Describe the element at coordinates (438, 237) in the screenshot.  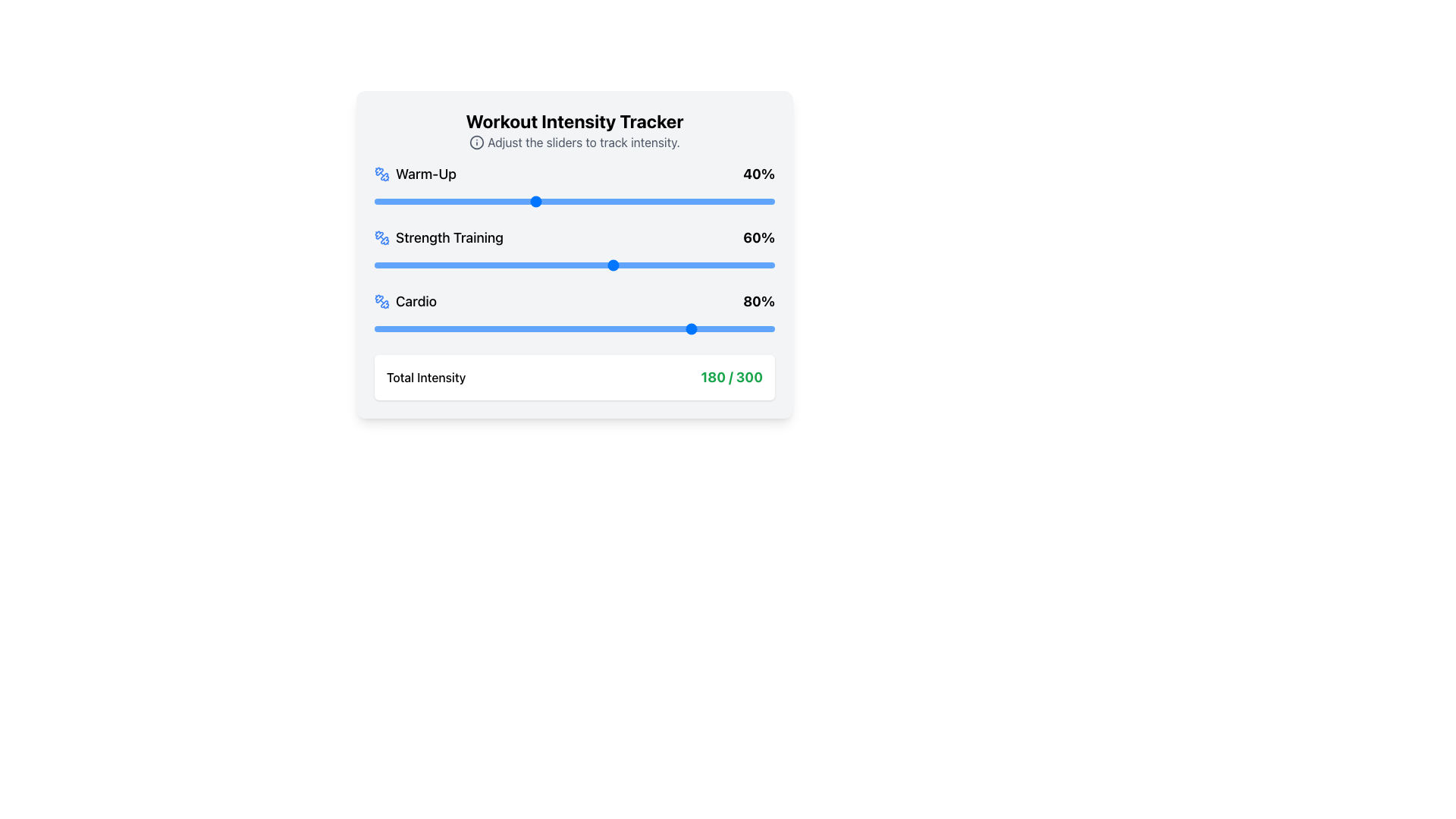
I see `the 'Strength Training' text label with a dumbbell icon, which is the second label in a vertical list of options` at that location.